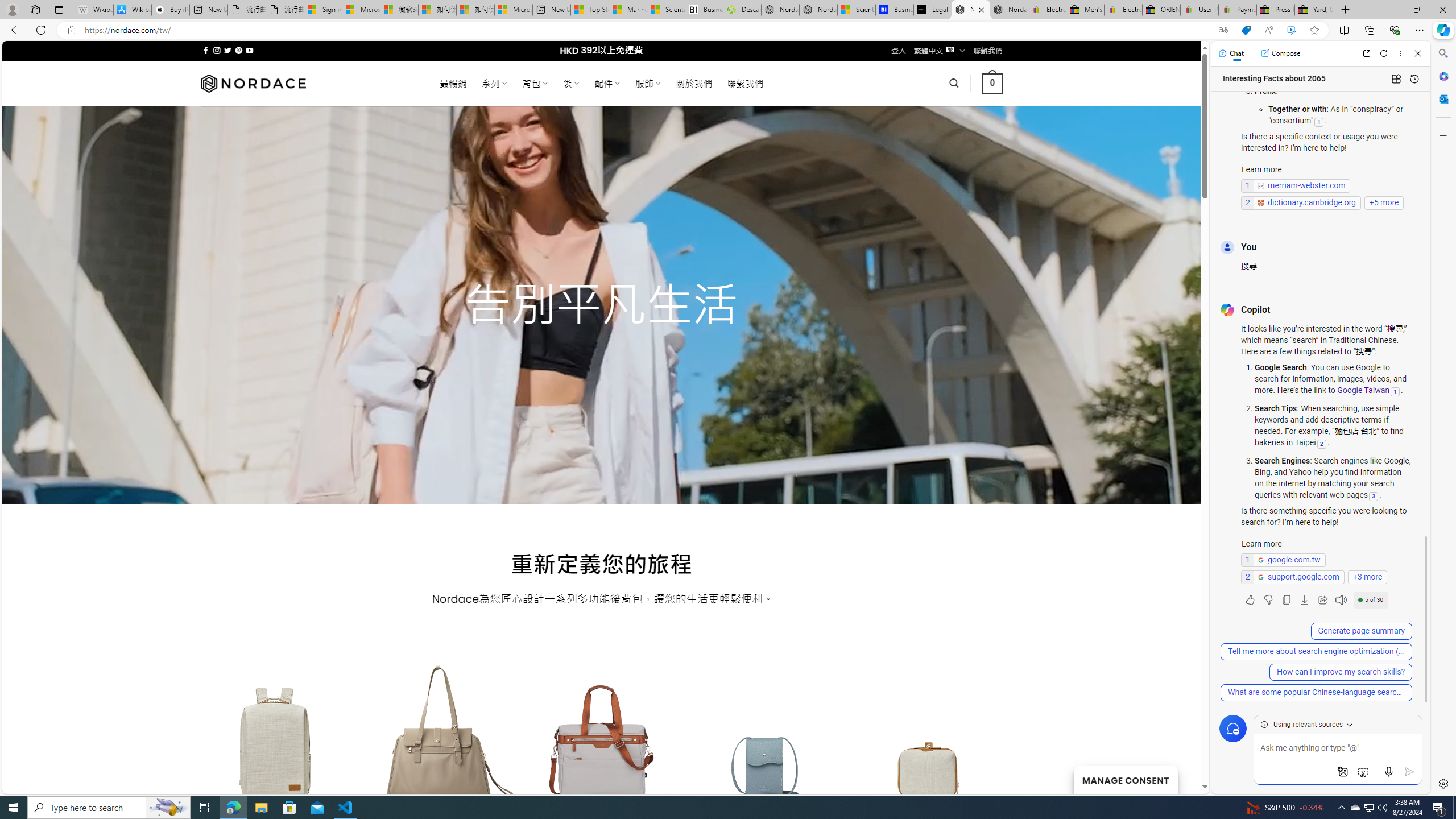 Image resolution: width=1456 pixels, height=819 pixels. What do you see at coordinates (1198, 9) in the screenshot?
I see `'User Privacy Notice | eBay'` at bounding box center [1198, 9].